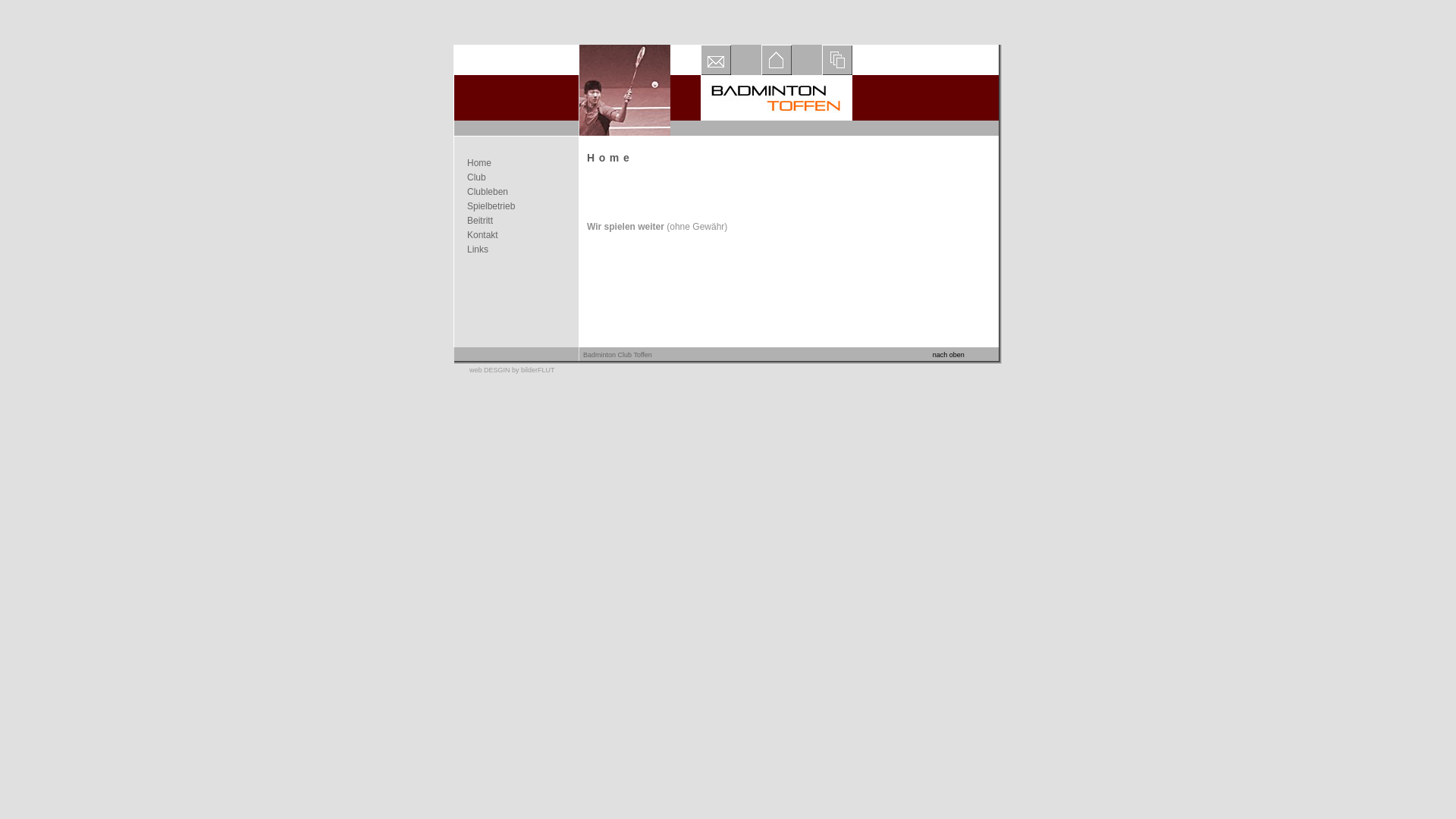 The height and width of the screenshot is (819, 1456). Describe the element at coordinates (516, 220) in the screenshot. I see `'Beitritt'` at that location.